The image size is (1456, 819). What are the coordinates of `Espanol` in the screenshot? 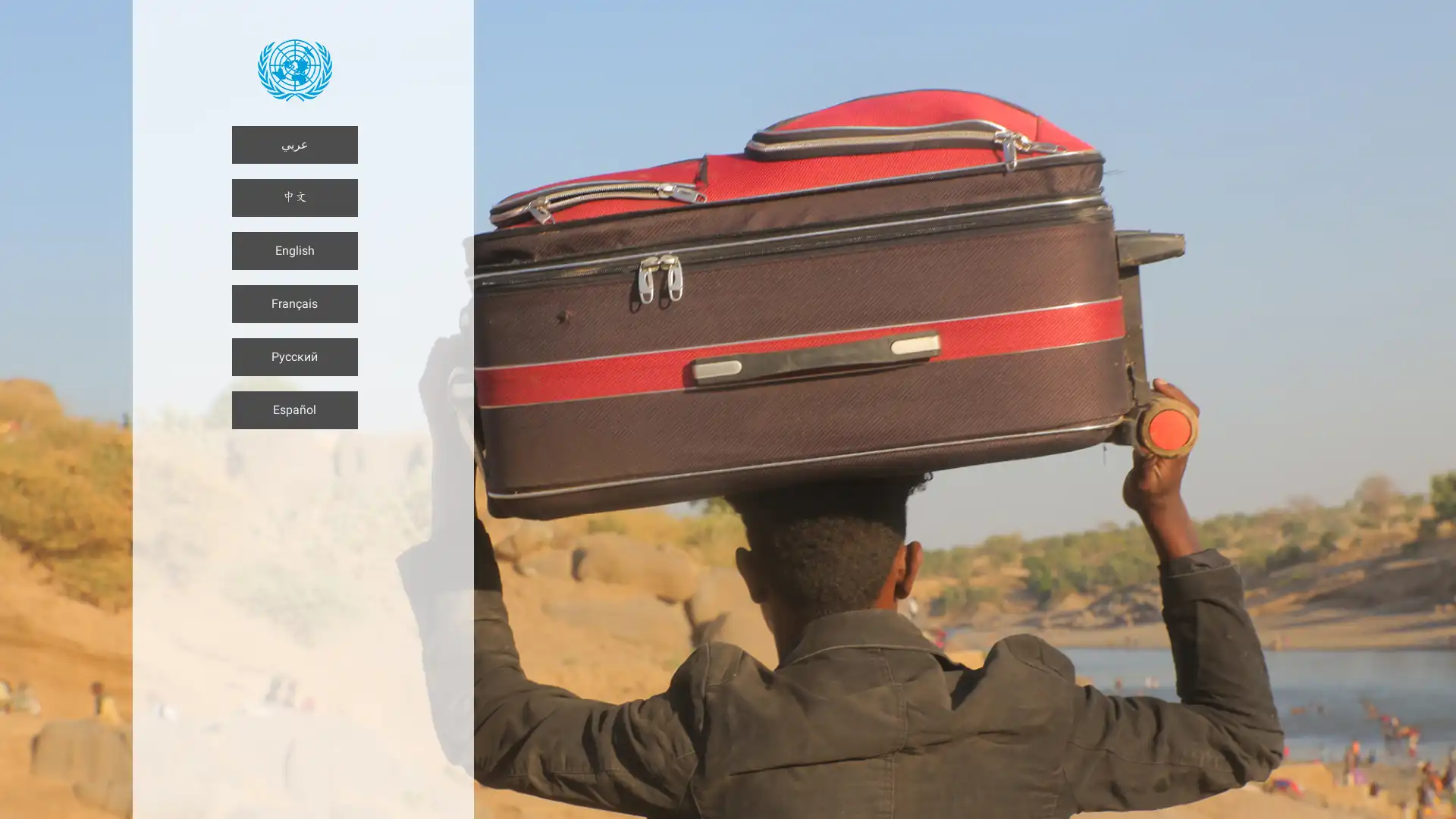 It's located at (294, 409).